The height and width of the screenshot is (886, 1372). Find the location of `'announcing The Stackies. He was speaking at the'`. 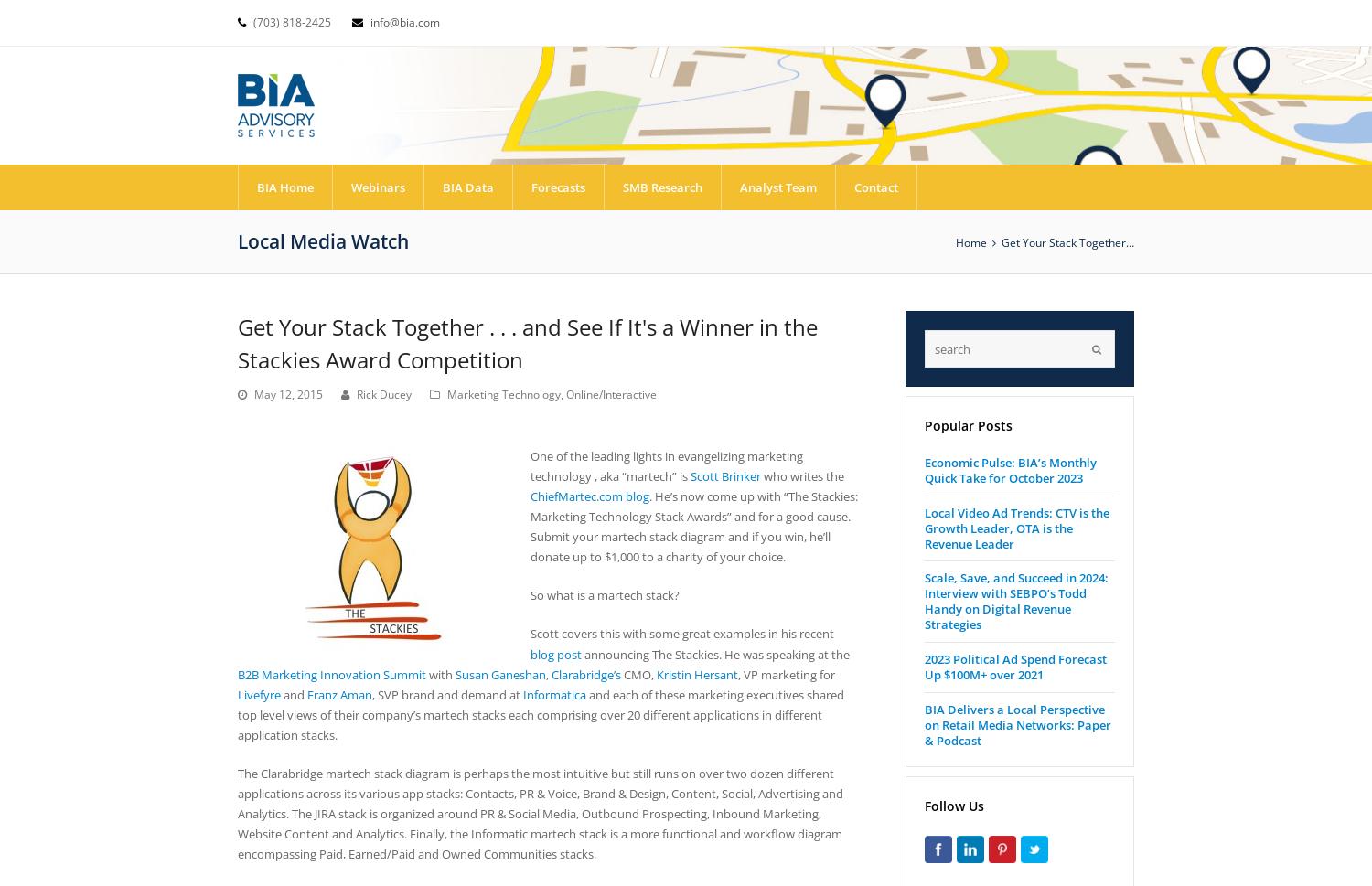

'announcing The Stackies. He was speaking at the' is located at coordinates (715, 654).